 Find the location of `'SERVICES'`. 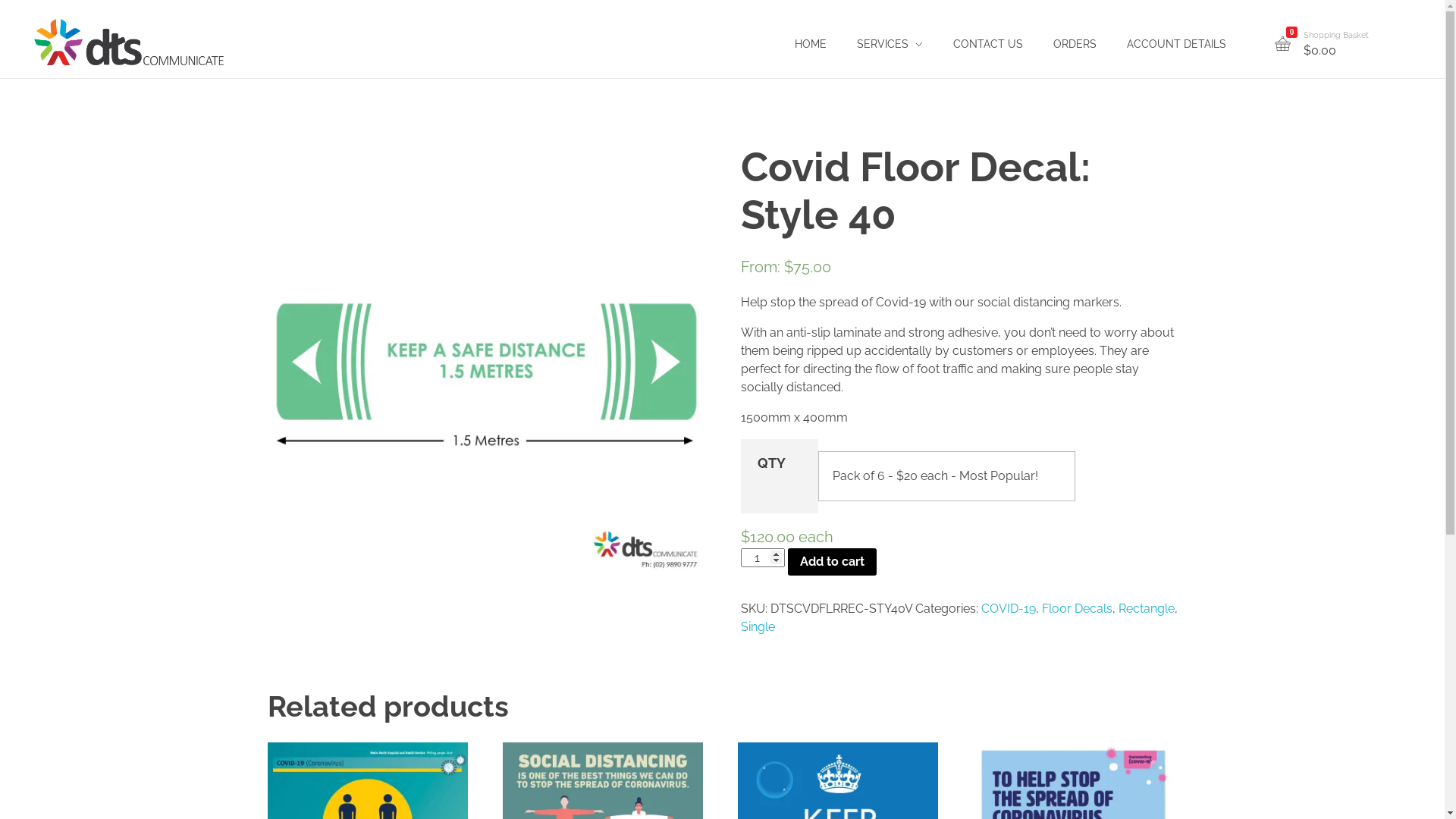

'SERVICES' is located at coordinates (890, 43).